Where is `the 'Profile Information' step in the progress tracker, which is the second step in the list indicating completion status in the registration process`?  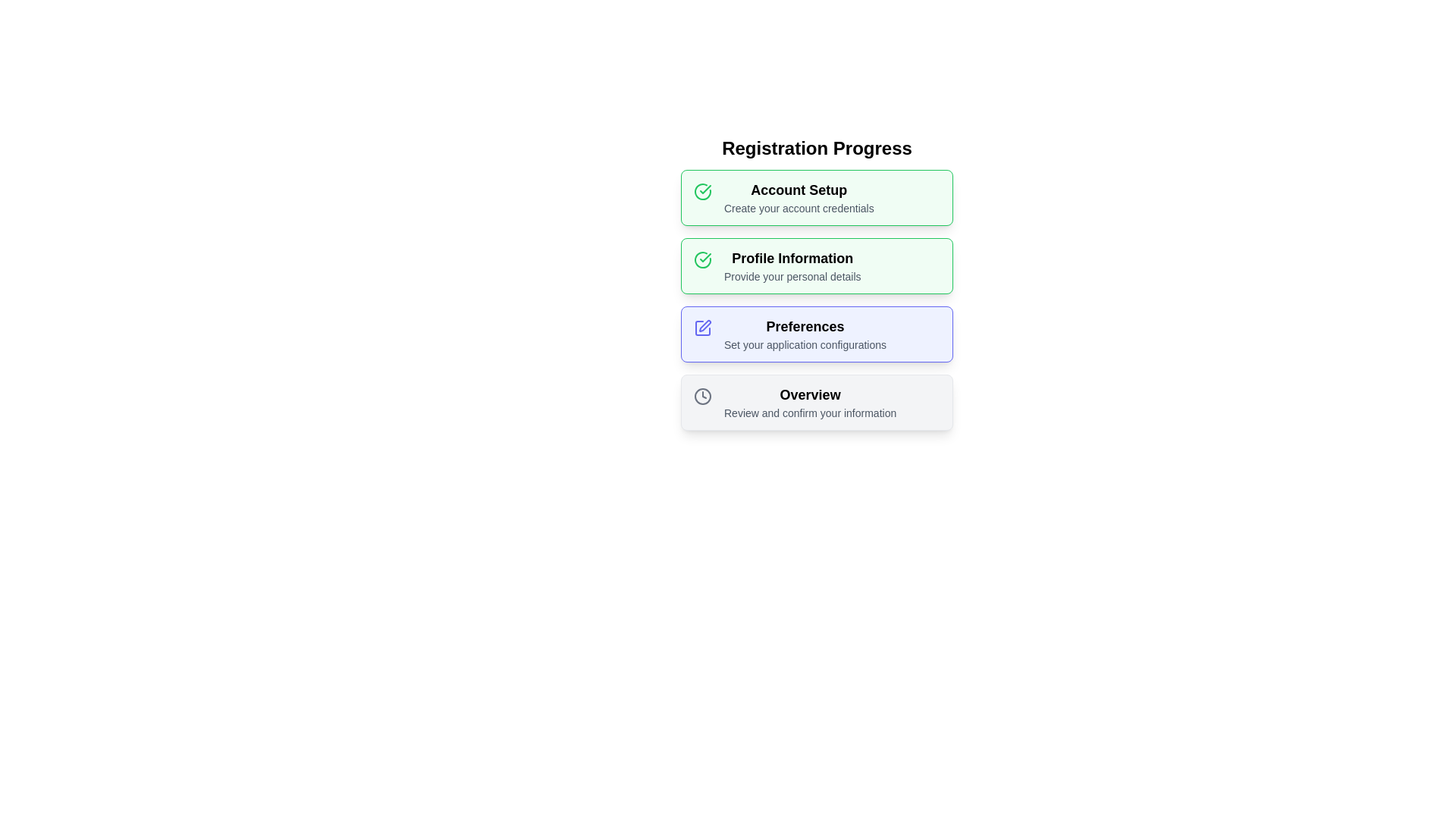
the 'Profile Information' step in the progress tracker, which is the second step in the list indicating completion status in the registration process is located at coordinates (816, 284).